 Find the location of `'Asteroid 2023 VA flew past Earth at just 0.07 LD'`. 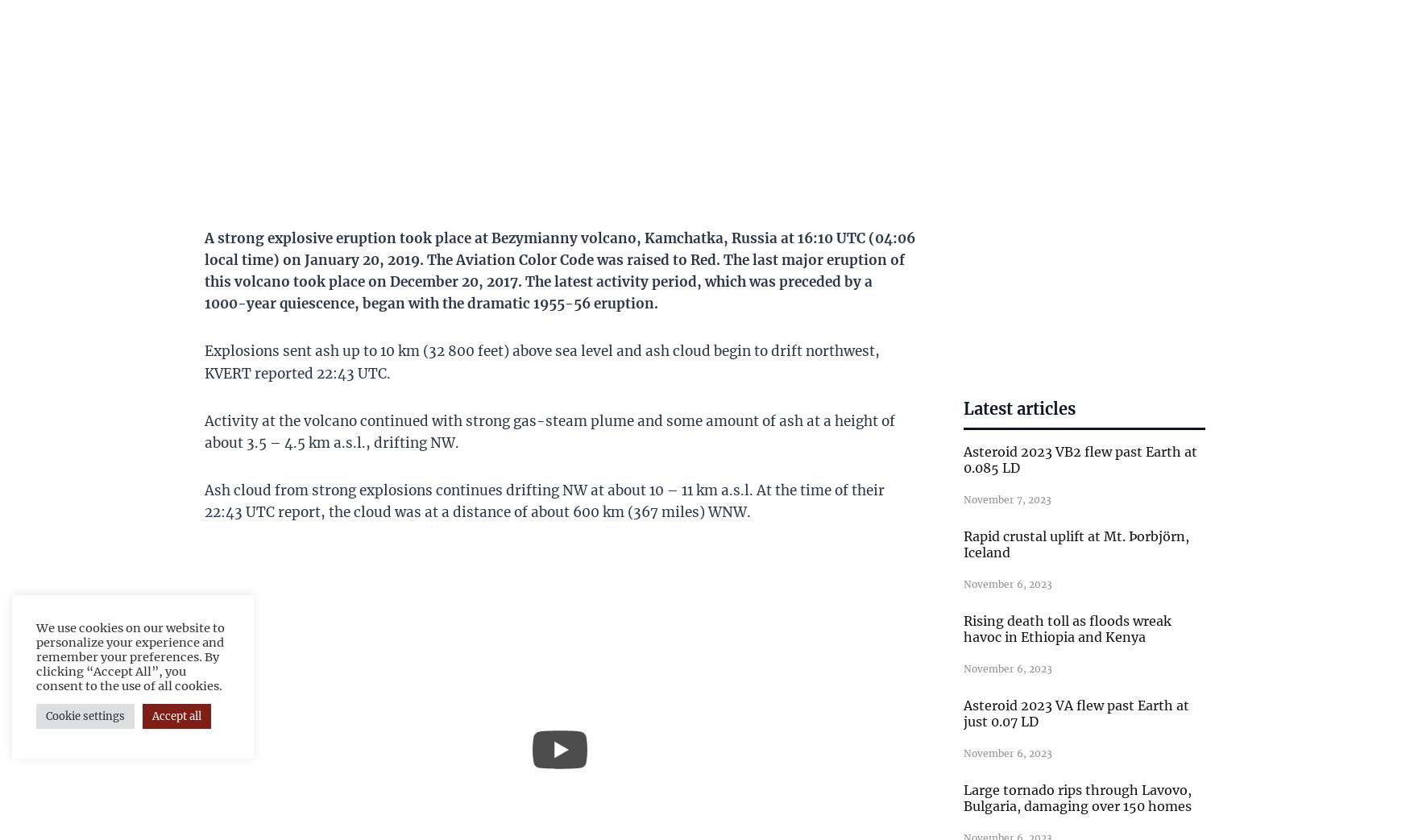

'Asteroid 2023 VA flew past Earth at just 0.07 LD' is located at coordinates (1076, 712).